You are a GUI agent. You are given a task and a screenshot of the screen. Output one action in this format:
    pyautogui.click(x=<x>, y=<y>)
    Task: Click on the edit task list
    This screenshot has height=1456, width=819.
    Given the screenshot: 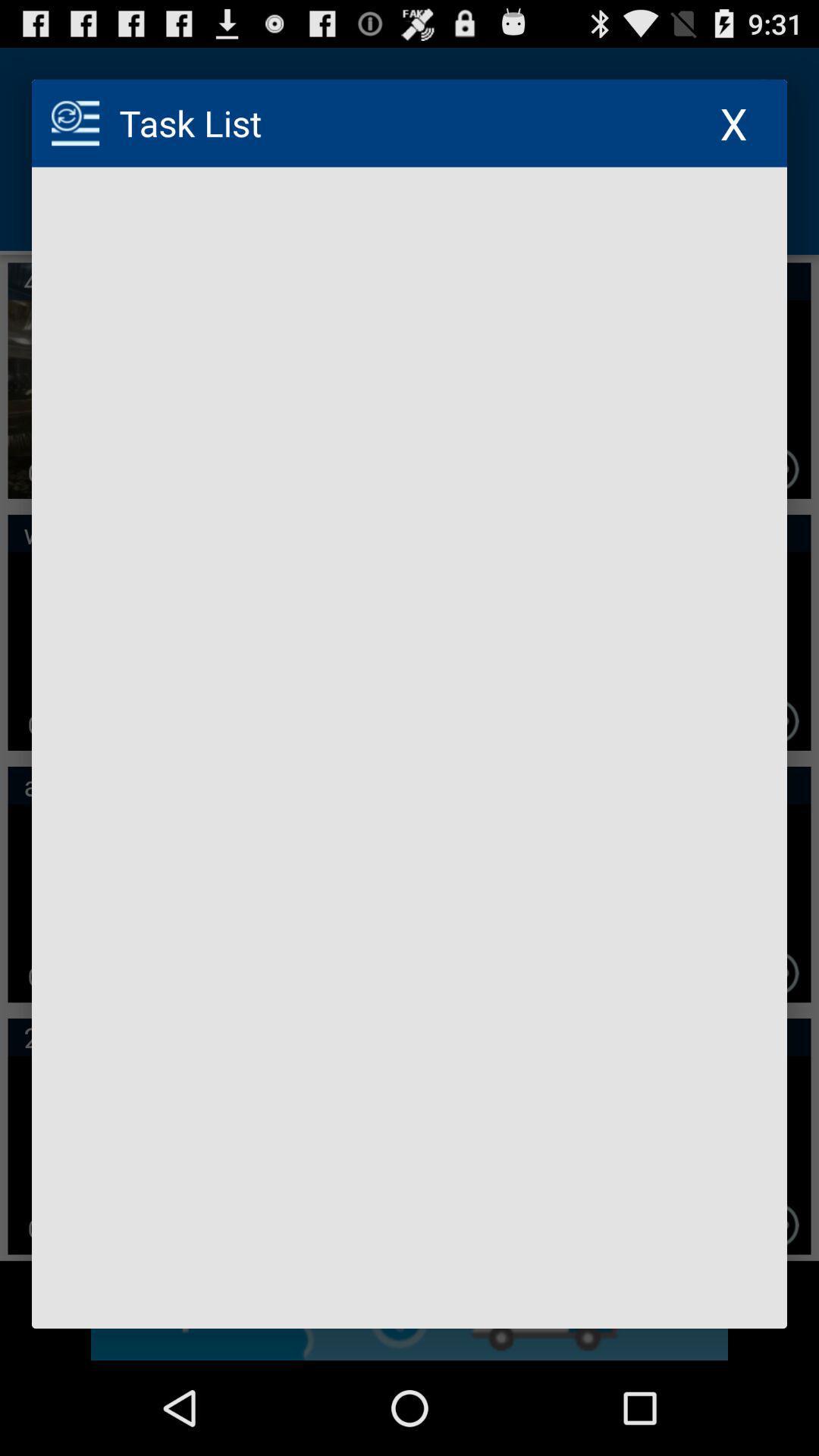 What is the action you would take?
    pyautogui.click(x=409, y=748)
    